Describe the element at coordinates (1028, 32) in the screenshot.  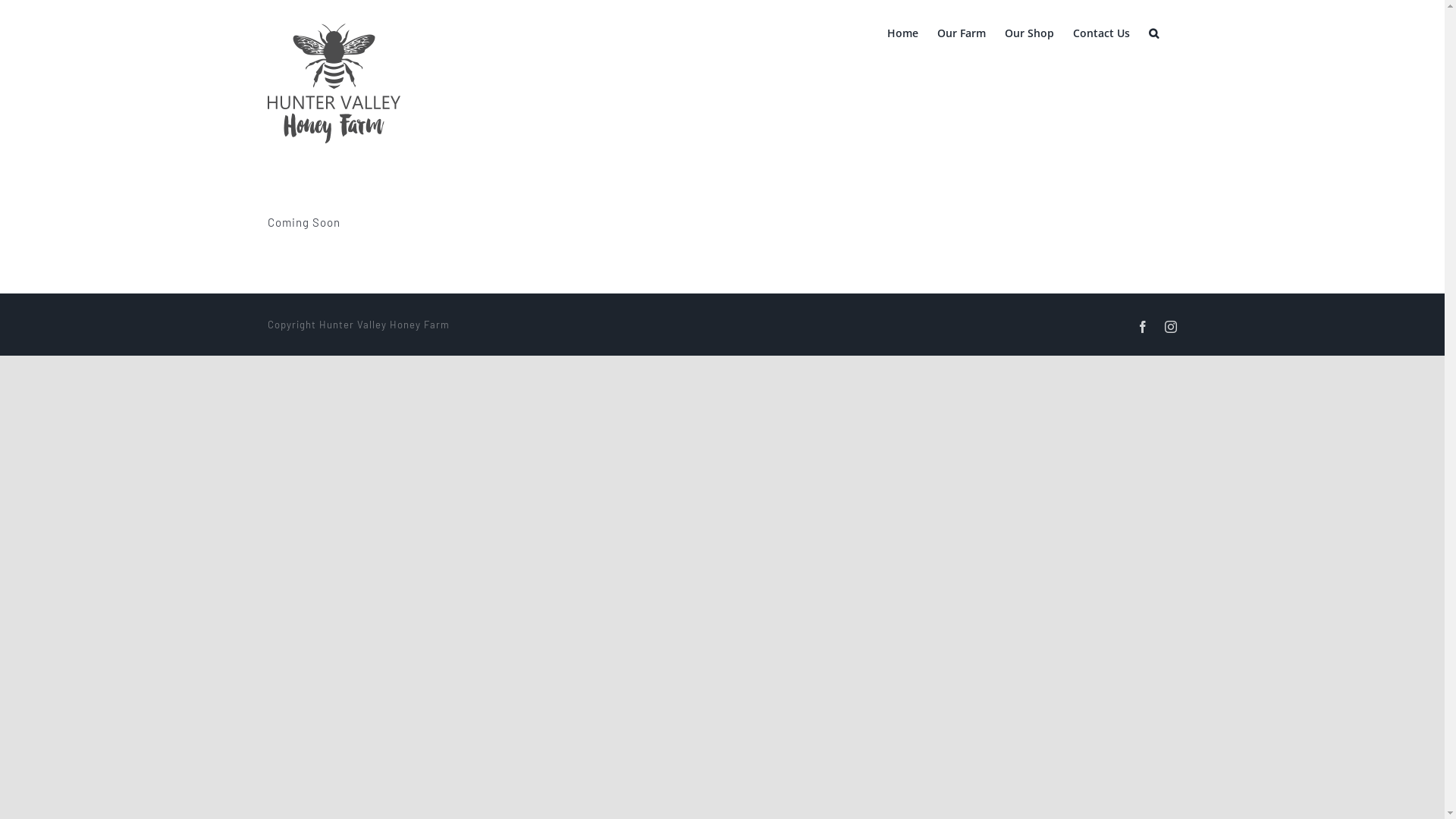
I see `'Our Shop'` at that location.